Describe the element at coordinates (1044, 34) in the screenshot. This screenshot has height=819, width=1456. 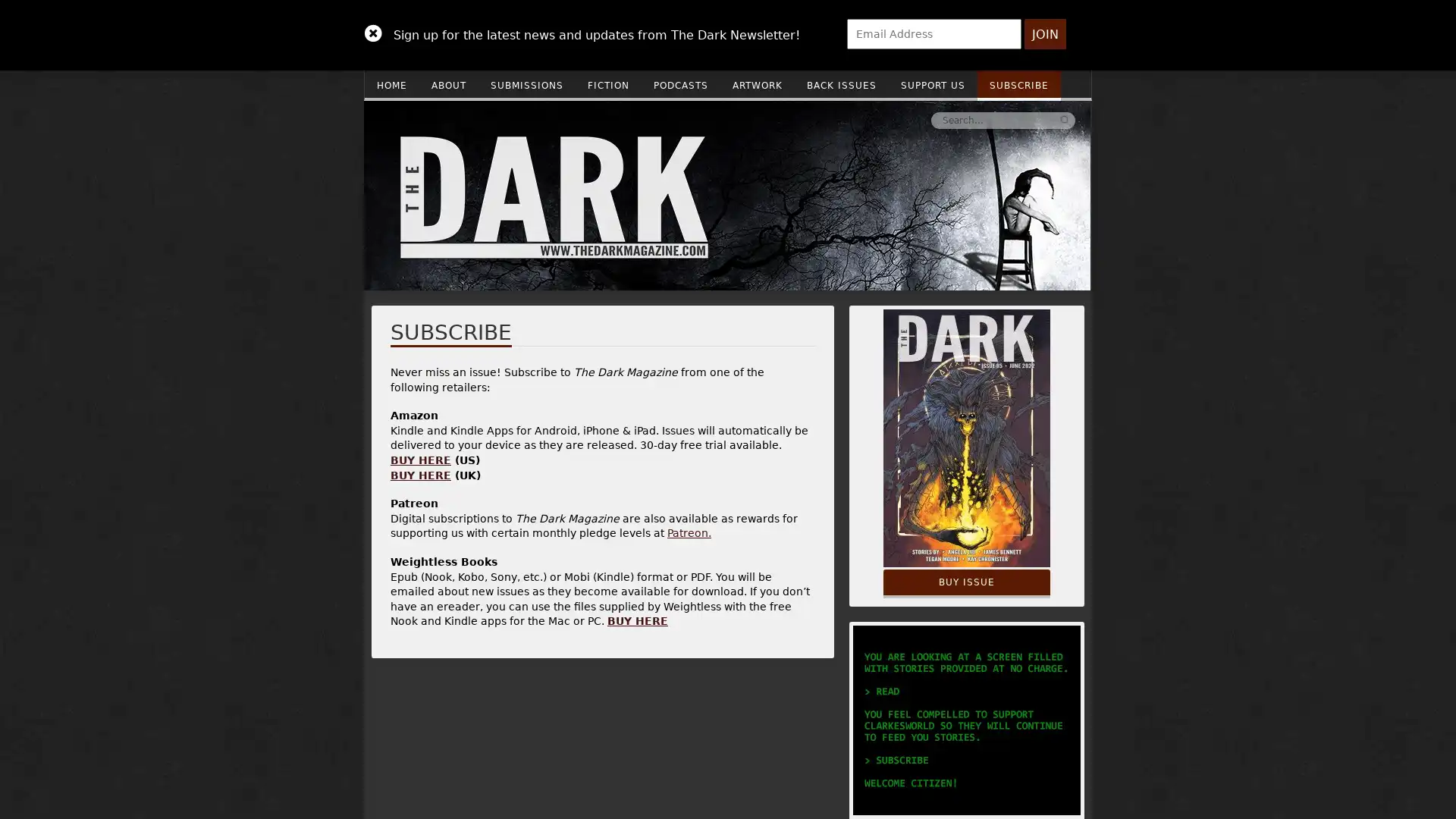
I see `Join` at that location.